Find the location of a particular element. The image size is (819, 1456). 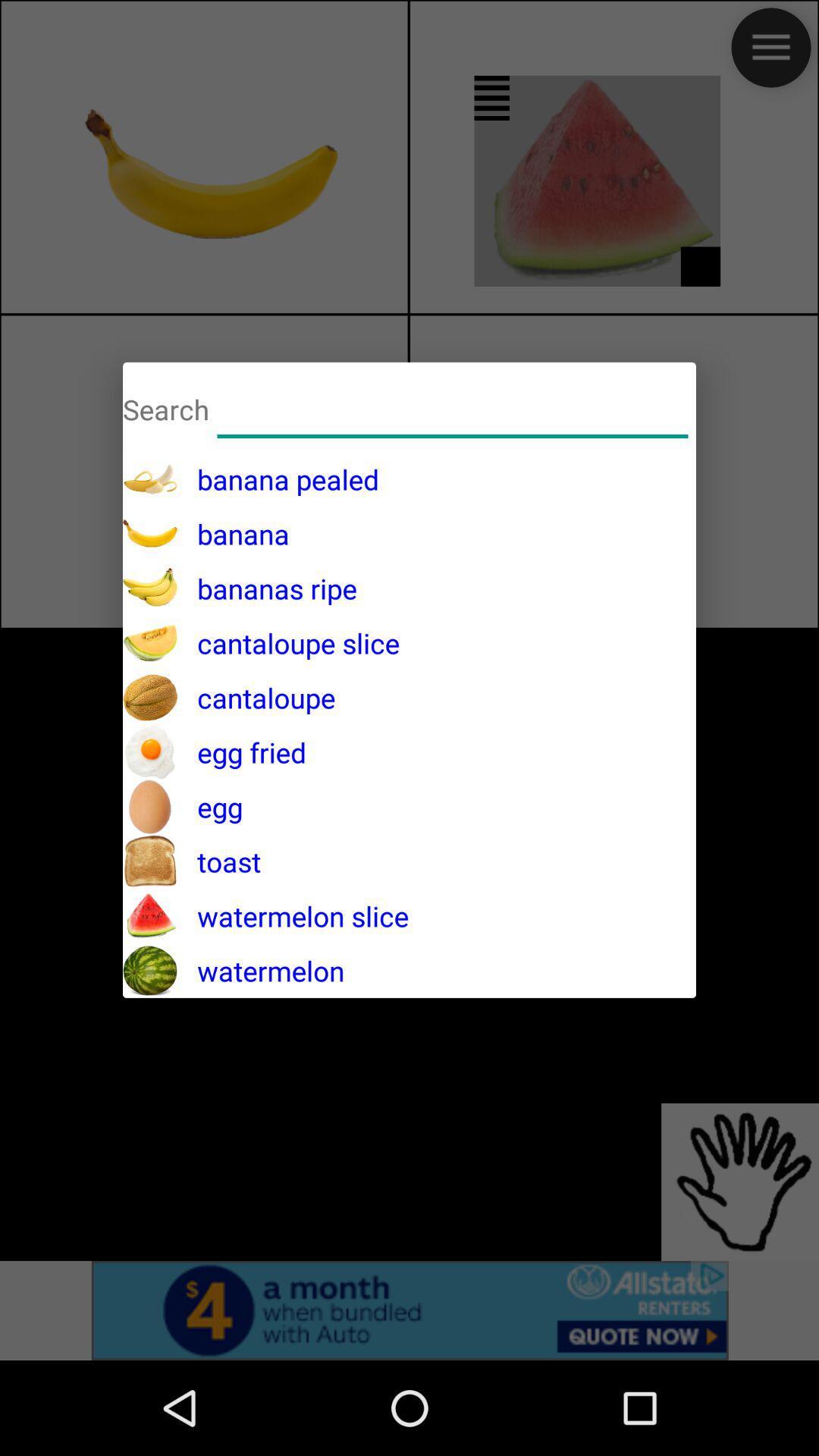

your search is located at coordinates (452, 407).